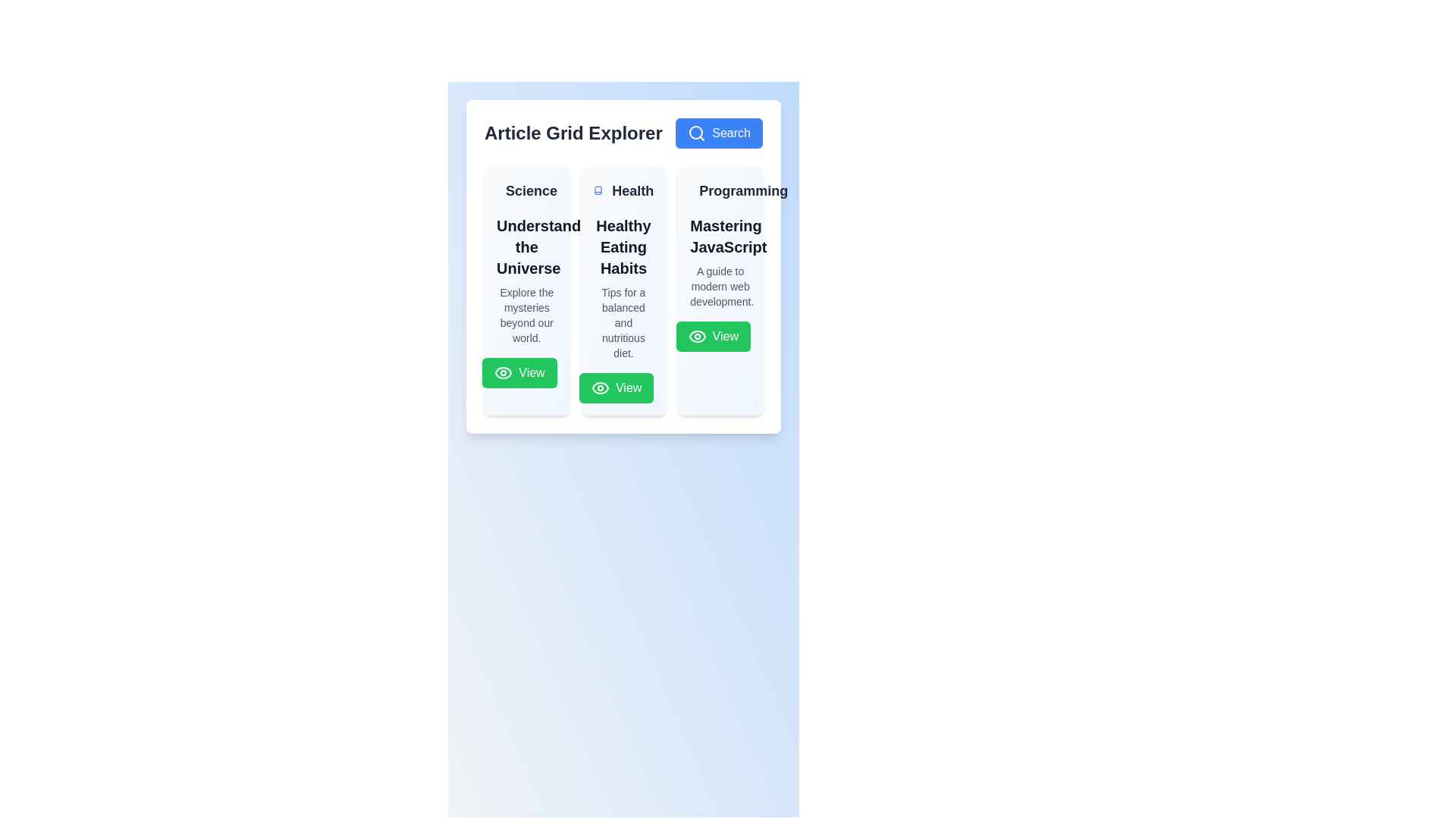 The height and width of the screenshot is (819, 1456). Describe the element at coordinates (720, 291) in the screenshot. I see `the third card element in the grid layout that presents information about Programming and JavaScript to emphasize or highlight it` at that location.